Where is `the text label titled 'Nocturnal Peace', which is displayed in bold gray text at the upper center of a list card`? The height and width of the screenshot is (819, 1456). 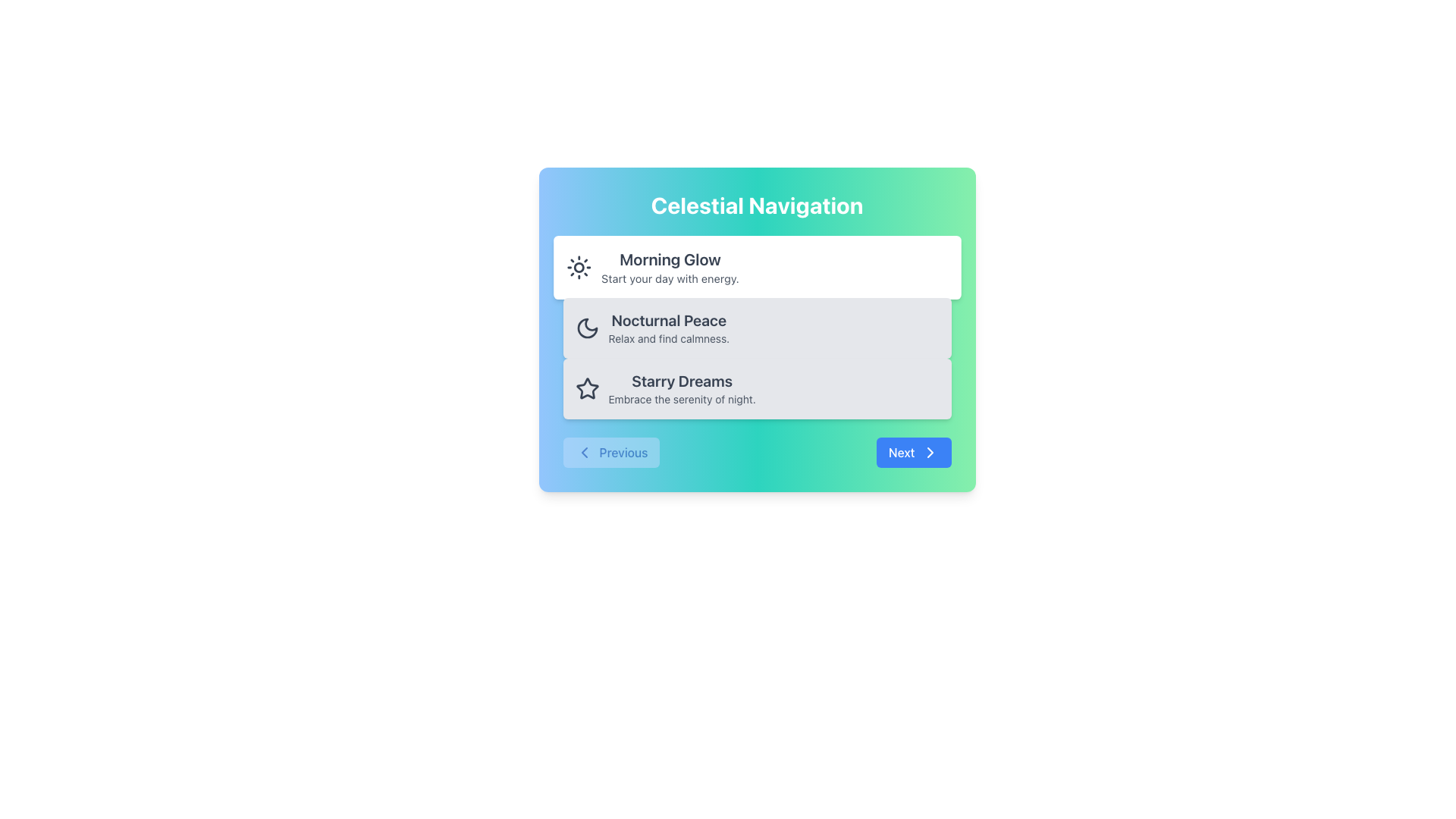
the text label titled 'Nocturnal Peace', which is displayed in bold gray text at the upper center of a list card is located at coordinates (668, 320).